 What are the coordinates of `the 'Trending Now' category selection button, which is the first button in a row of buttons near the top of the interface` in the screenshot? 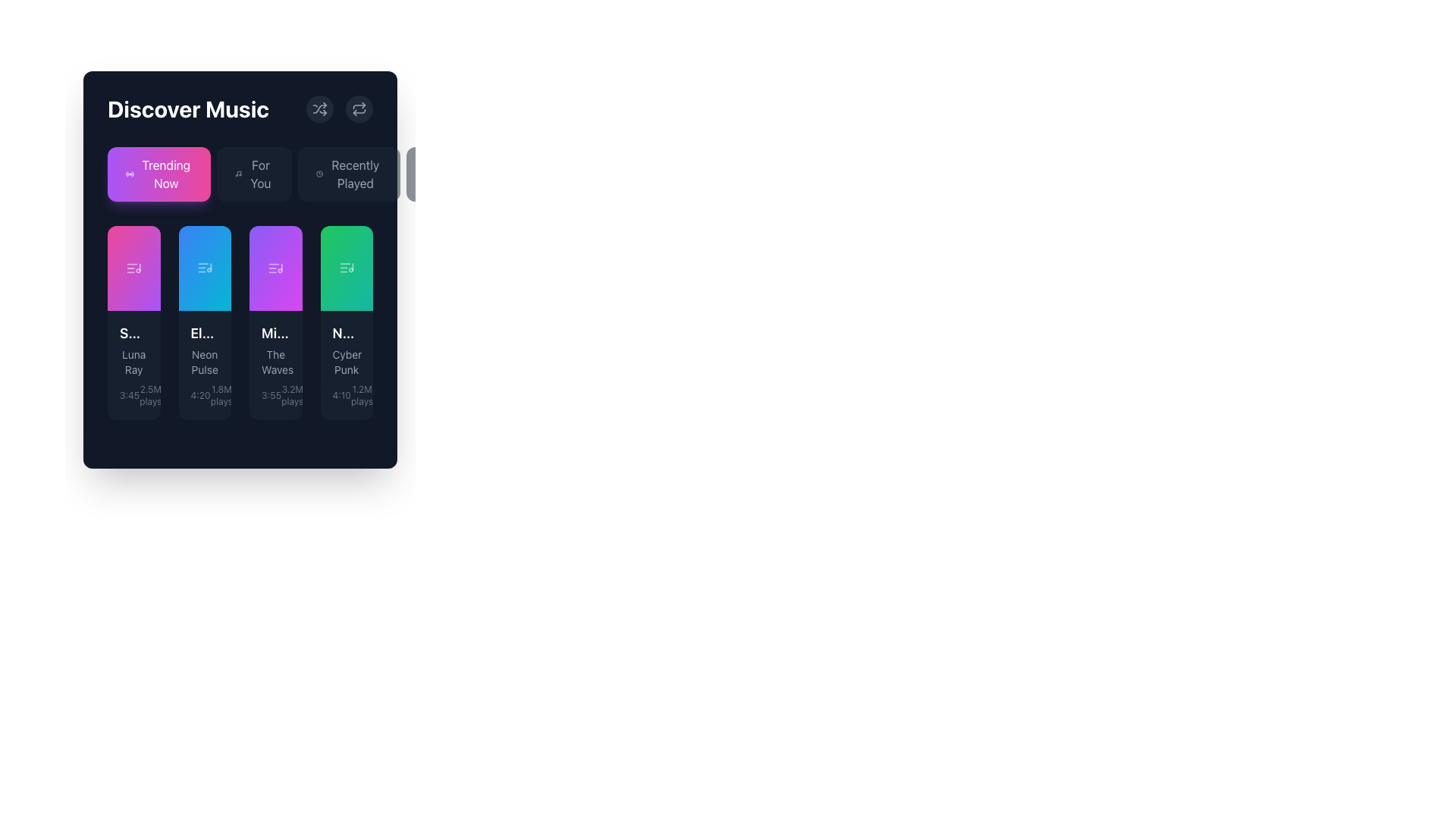 It's located at (166, 174).